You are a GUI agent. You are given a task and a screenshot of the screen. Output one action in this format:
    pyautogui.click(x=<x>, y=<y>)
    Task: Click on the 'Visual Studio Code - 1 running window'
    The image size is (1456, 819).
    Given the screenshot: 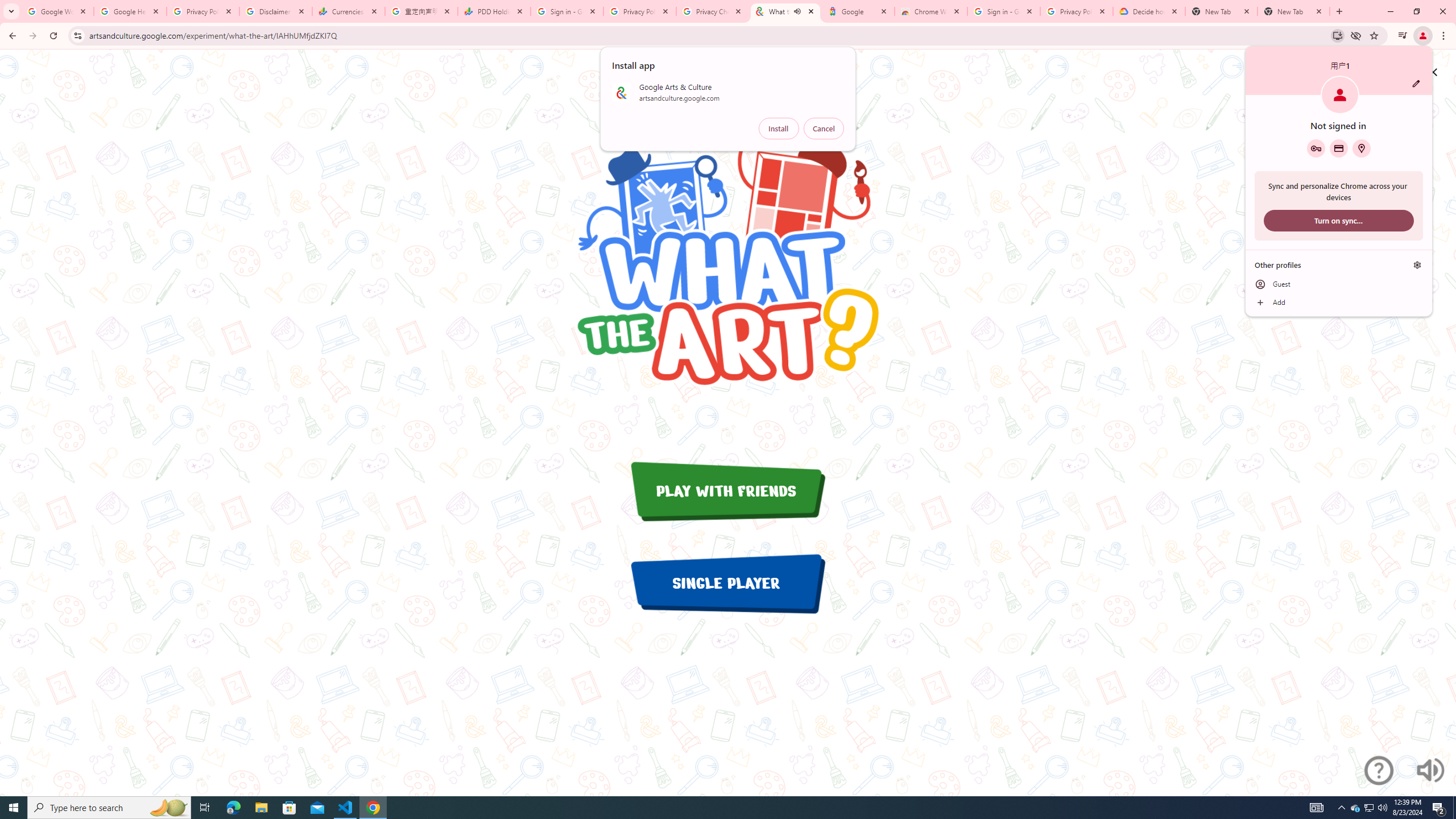 What is the action you would take?
    pyautogui.click(x=345, y=806)
    